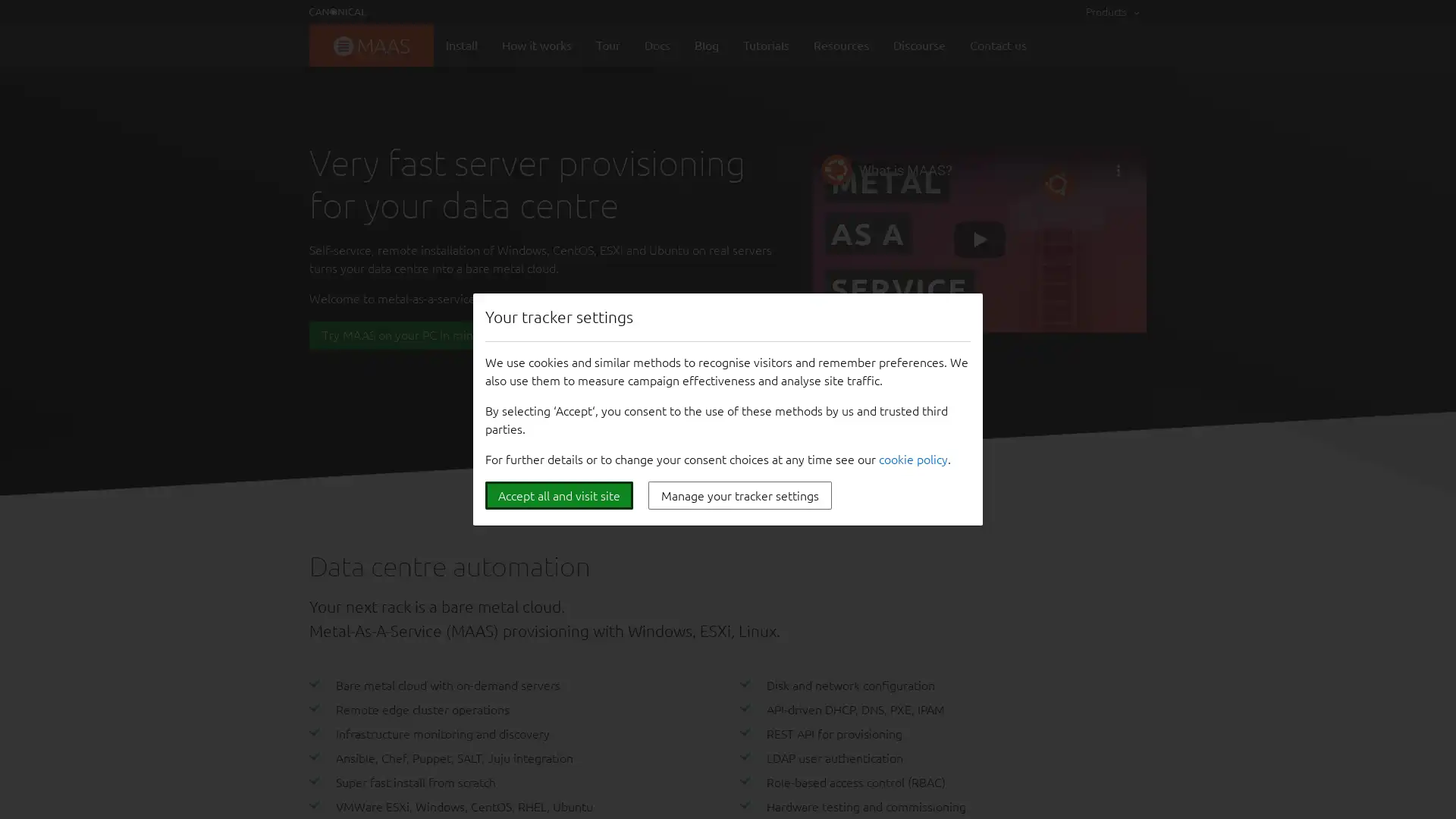 This screenshot has width=1456, height=819. What do you see at coordinates (558, 495) in the screenshot?
I see `Accept all and visit site` at bounding box center [558, 495].